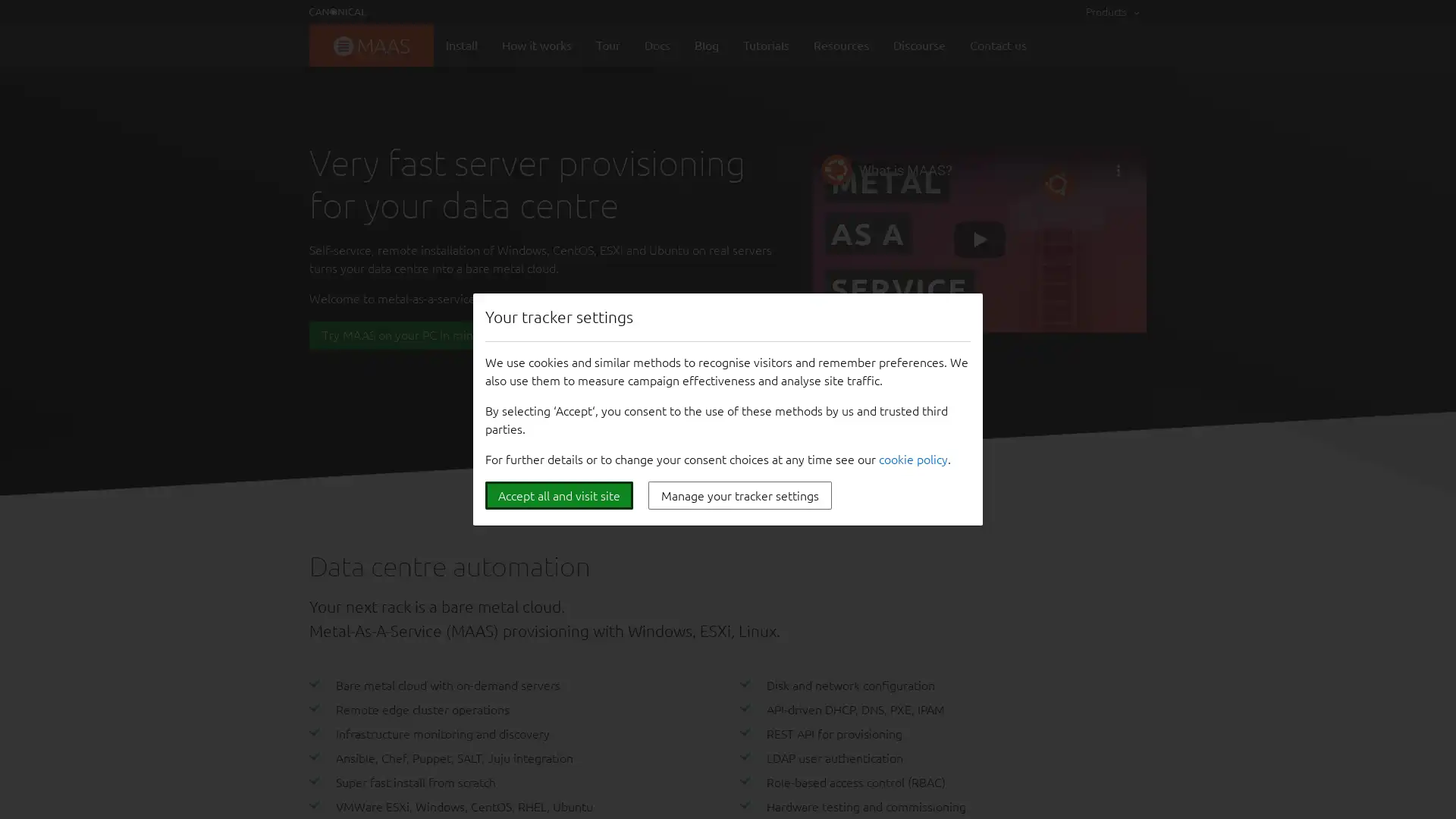 This screenshot has width=1456, height=819. What do you see at coordinates (558, 495) in the screenshot?
I see `Accept all and visit site` at bounding box center [558, 495].